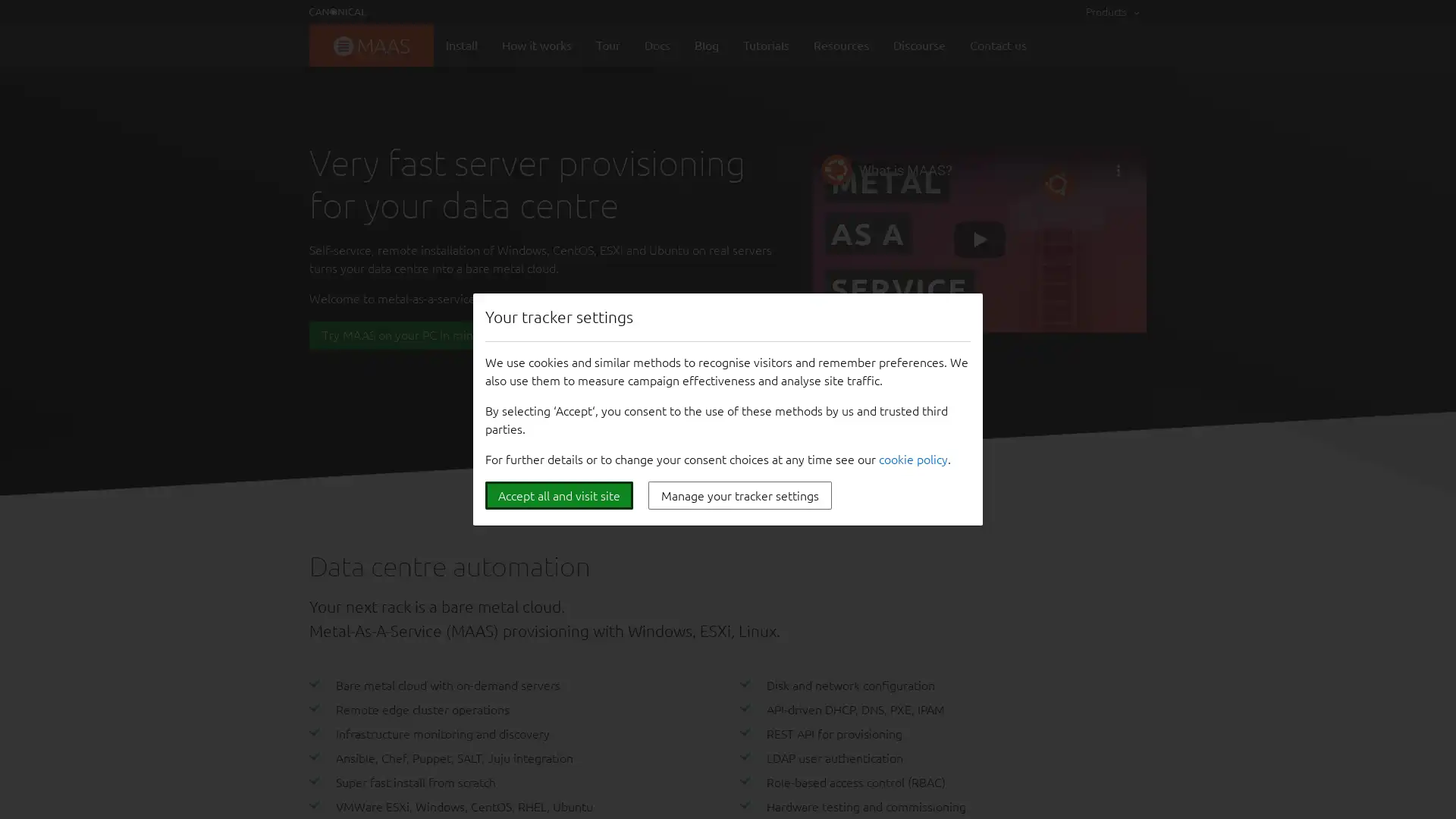 This screenshot has width=1456, height=819. What do you see at coordinates (558, 495) in the screenshot?
I see `Accept all and visit site` at bounding box center [558, 495].